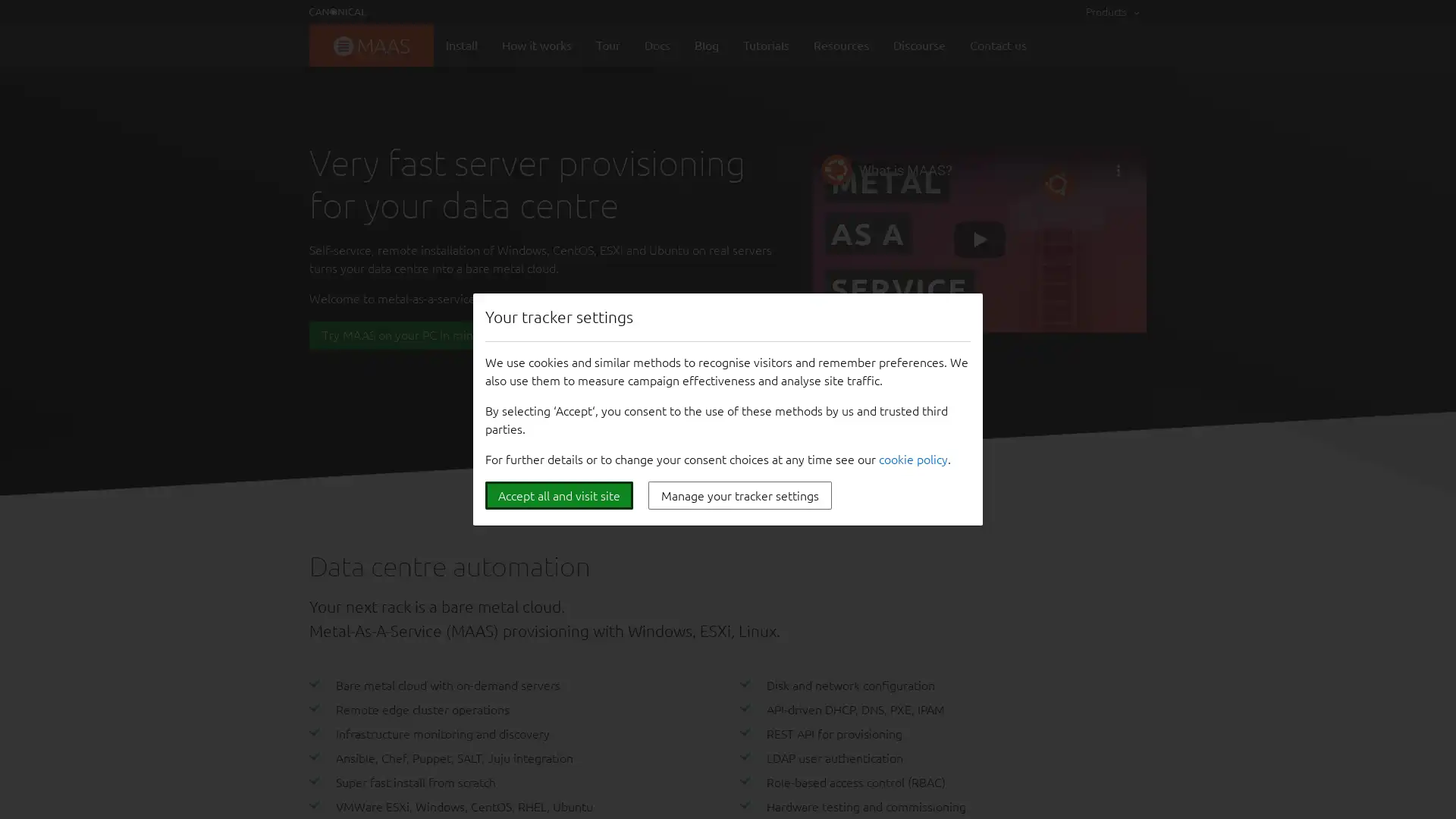 This screenshot has width=1456, height=819. What do you see at coordinates (558, 495) in the screenshot?
I see `Accept all and visit site` at bounding box center [558, 495].